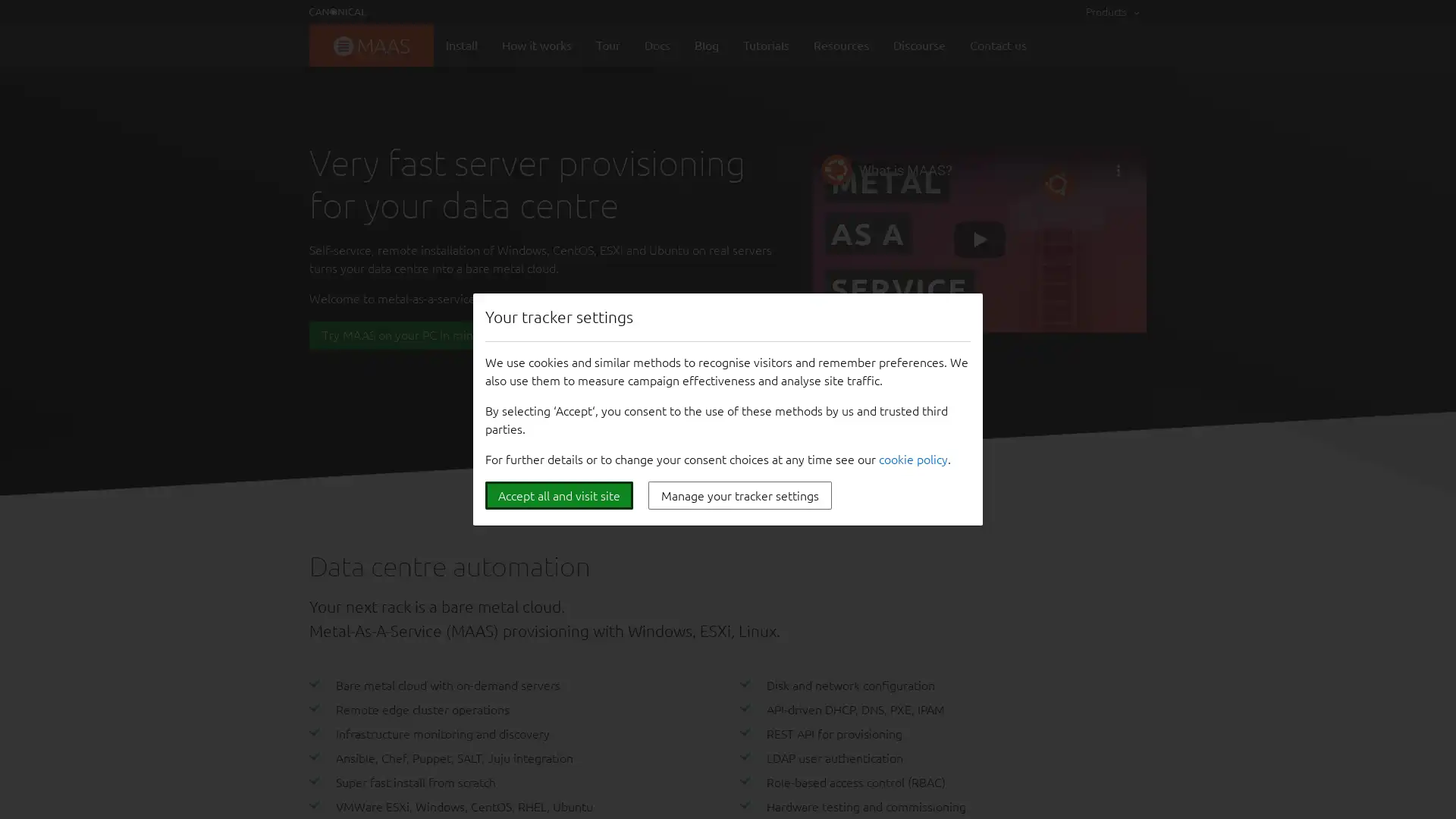 This screenshot has width=1456, height=819. What do you see at coordinates (558, 495) in the screenshot?
I see `Accept all and visit site` at bounding box center [558, 495].